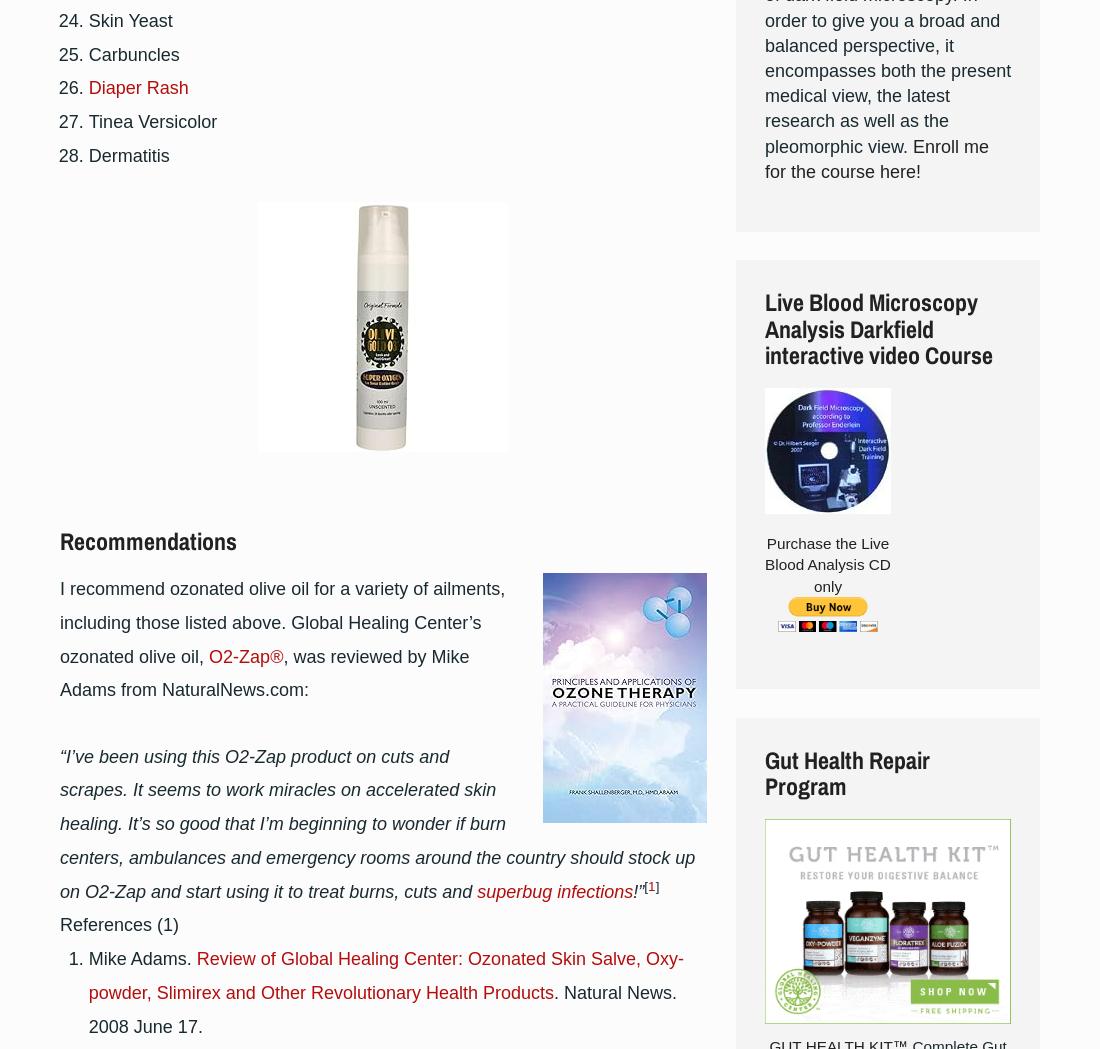 Image resolution: width=1100 pixels, height=1049 pixels. What do you see at coordinates (638, 890) in the screenshot?
I see `'!”'` at bounding box center [638, 890].